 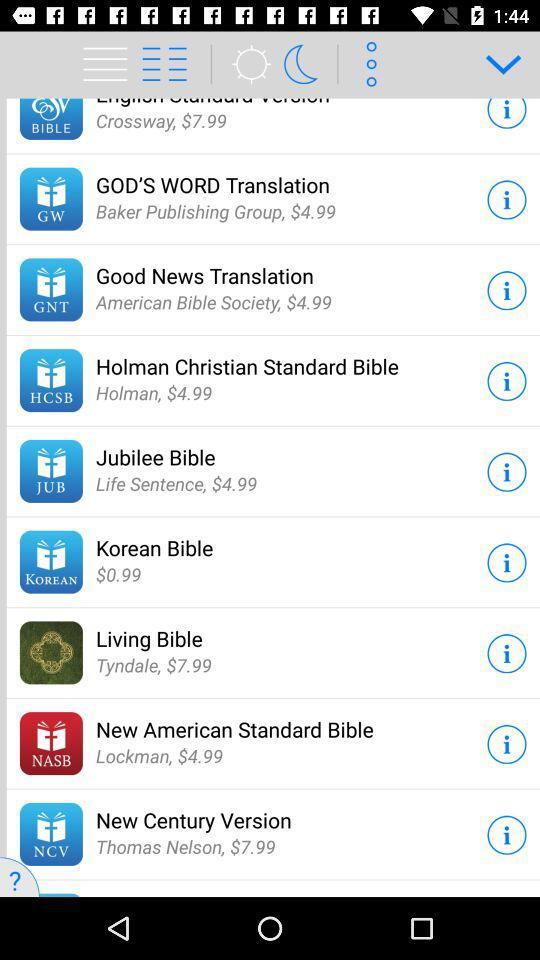 What do you see at coordinates (495, 64) in the screenshot?
I see `the expand_more icon` at bounding box center [495, 64].